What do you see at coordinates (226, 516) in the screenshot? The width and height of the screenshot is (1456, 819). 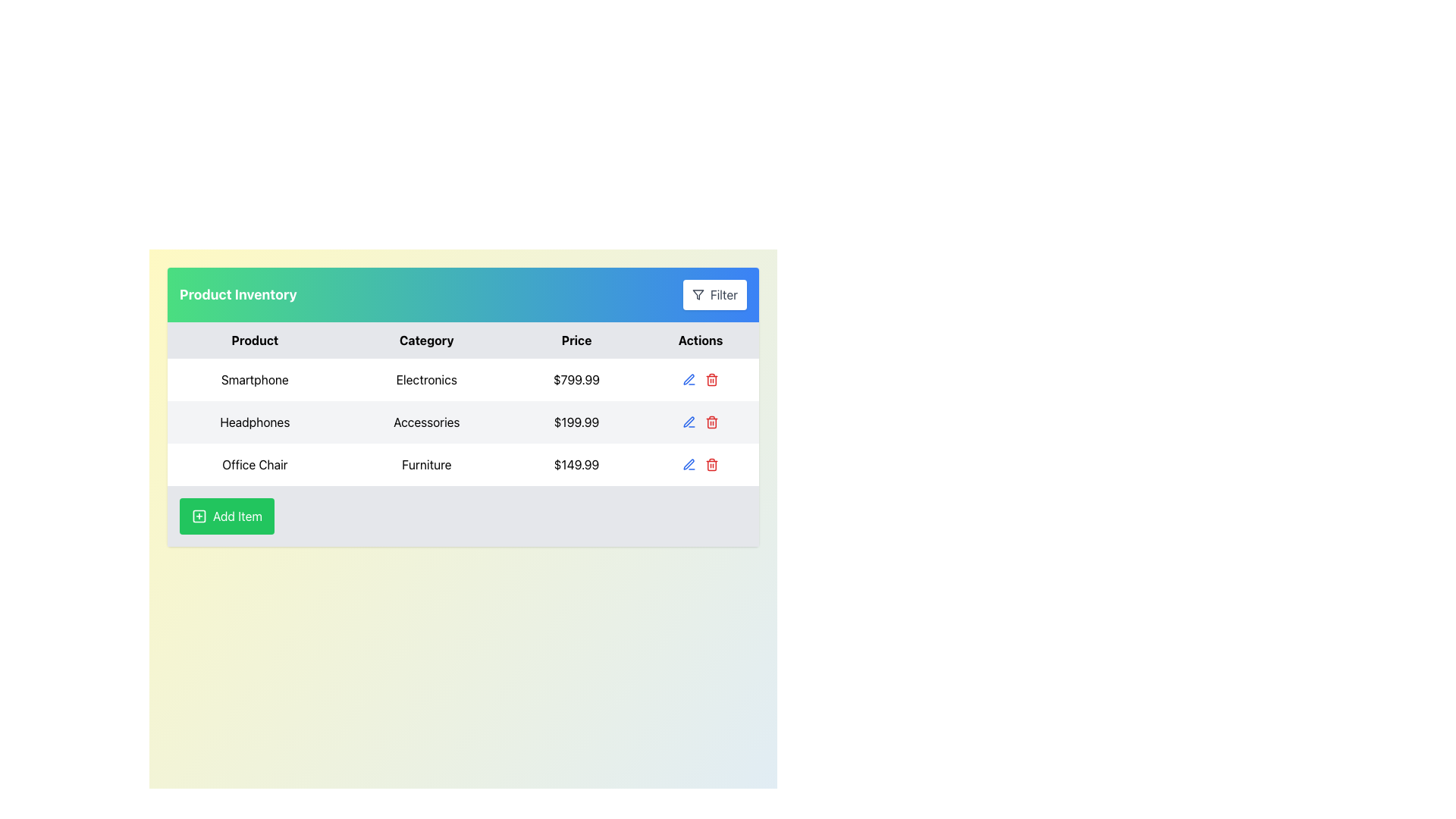 I see `the 'Add Item' button with a green background, rounded corners, and white text` at bounding box center [226, 516].